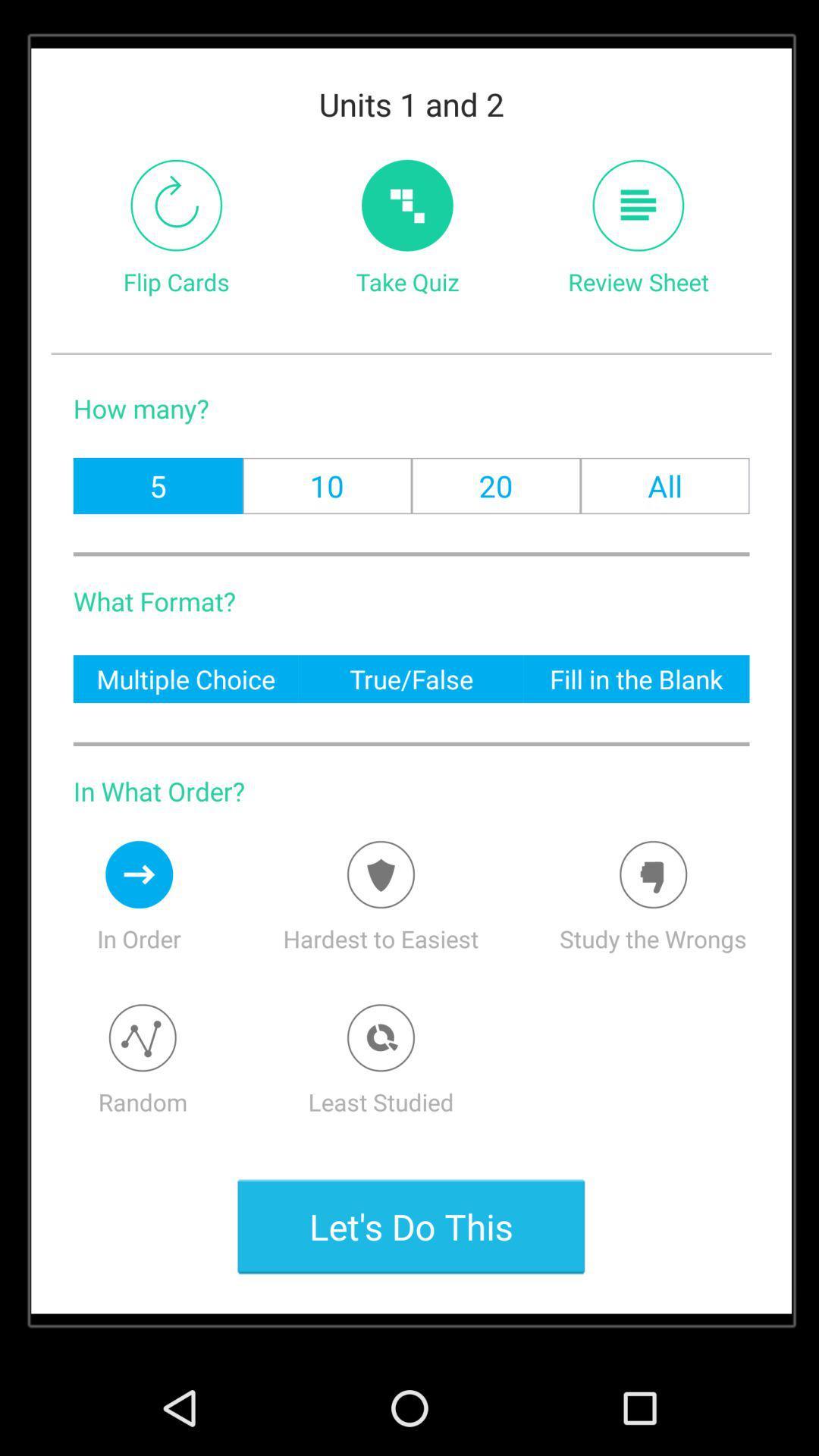  What do you see at coordinates (411, 678) in the screenshot?
I see `true/false item` at bounding box center [411, 678].